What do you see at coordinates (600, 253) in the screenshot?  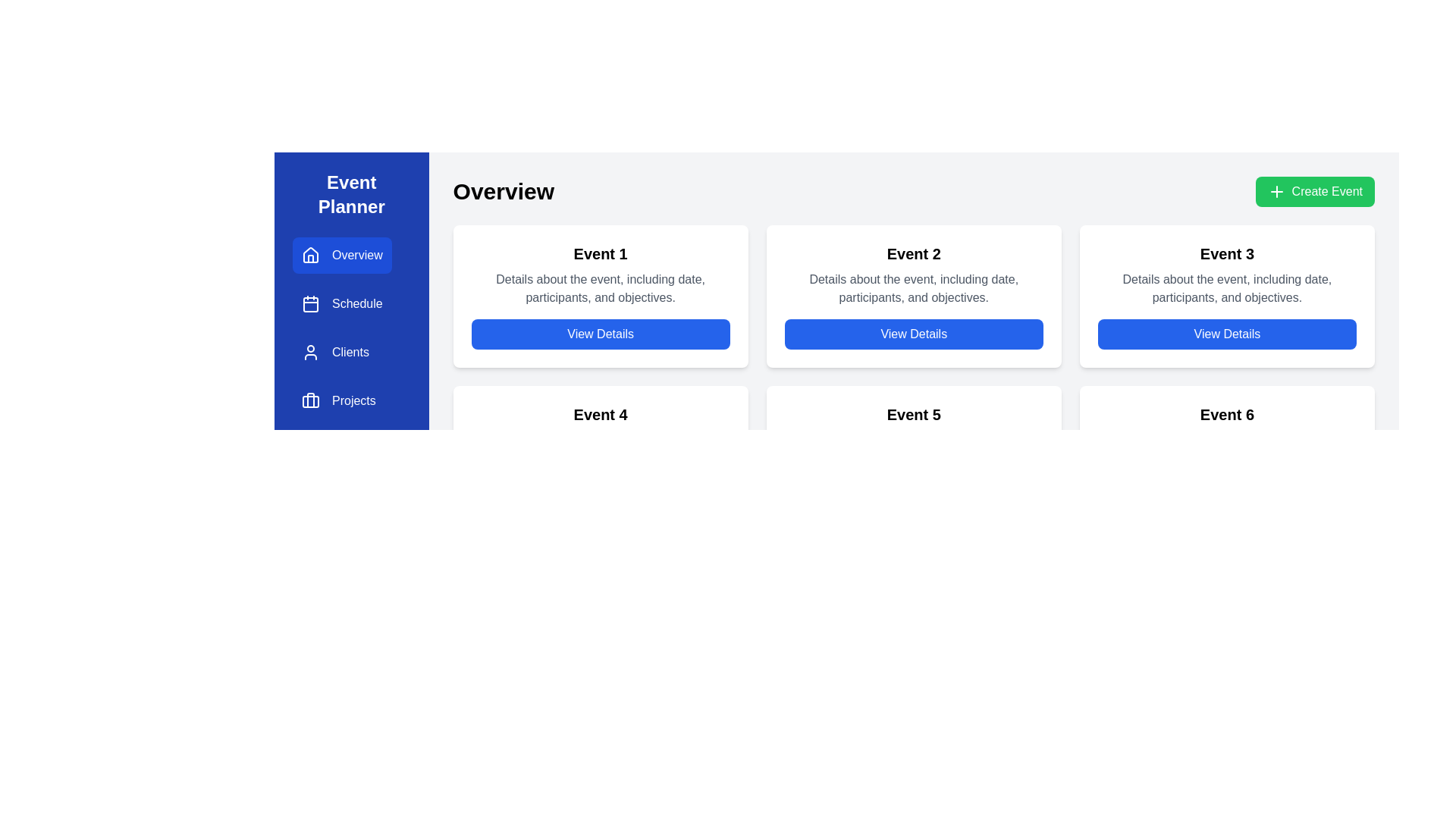 I see `text label 'Event 1' which is styled prominently as a heading for the first event card in the grid layout` at bounding box center [600, 253].